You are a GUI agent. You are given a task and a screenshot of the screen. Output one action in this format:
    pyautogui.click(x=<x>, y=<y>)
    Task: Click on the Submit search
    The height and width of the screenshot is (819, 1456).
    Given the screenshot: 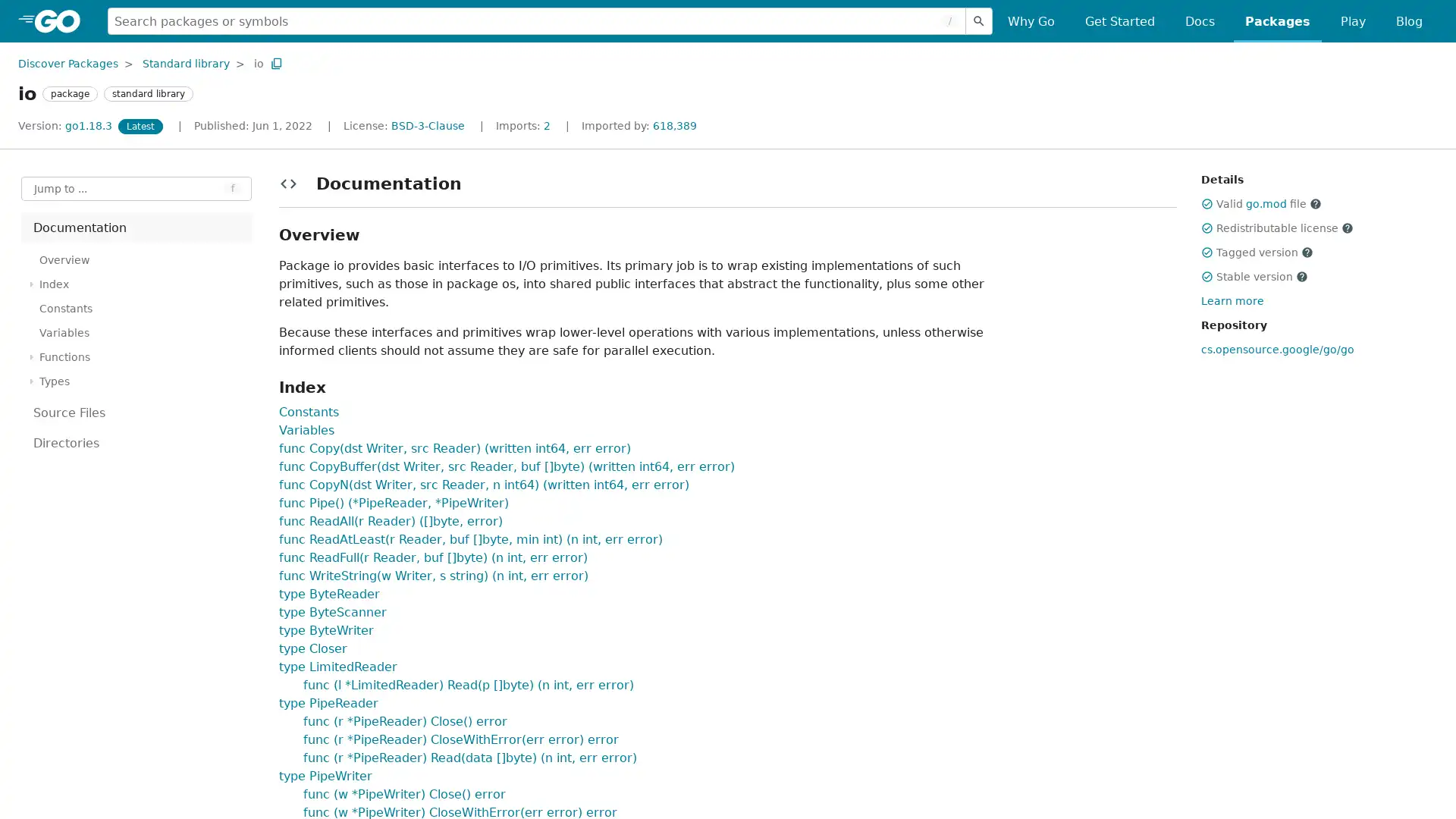 What is the action you would take?
    pyautogui.click(x=979, y=20)
    